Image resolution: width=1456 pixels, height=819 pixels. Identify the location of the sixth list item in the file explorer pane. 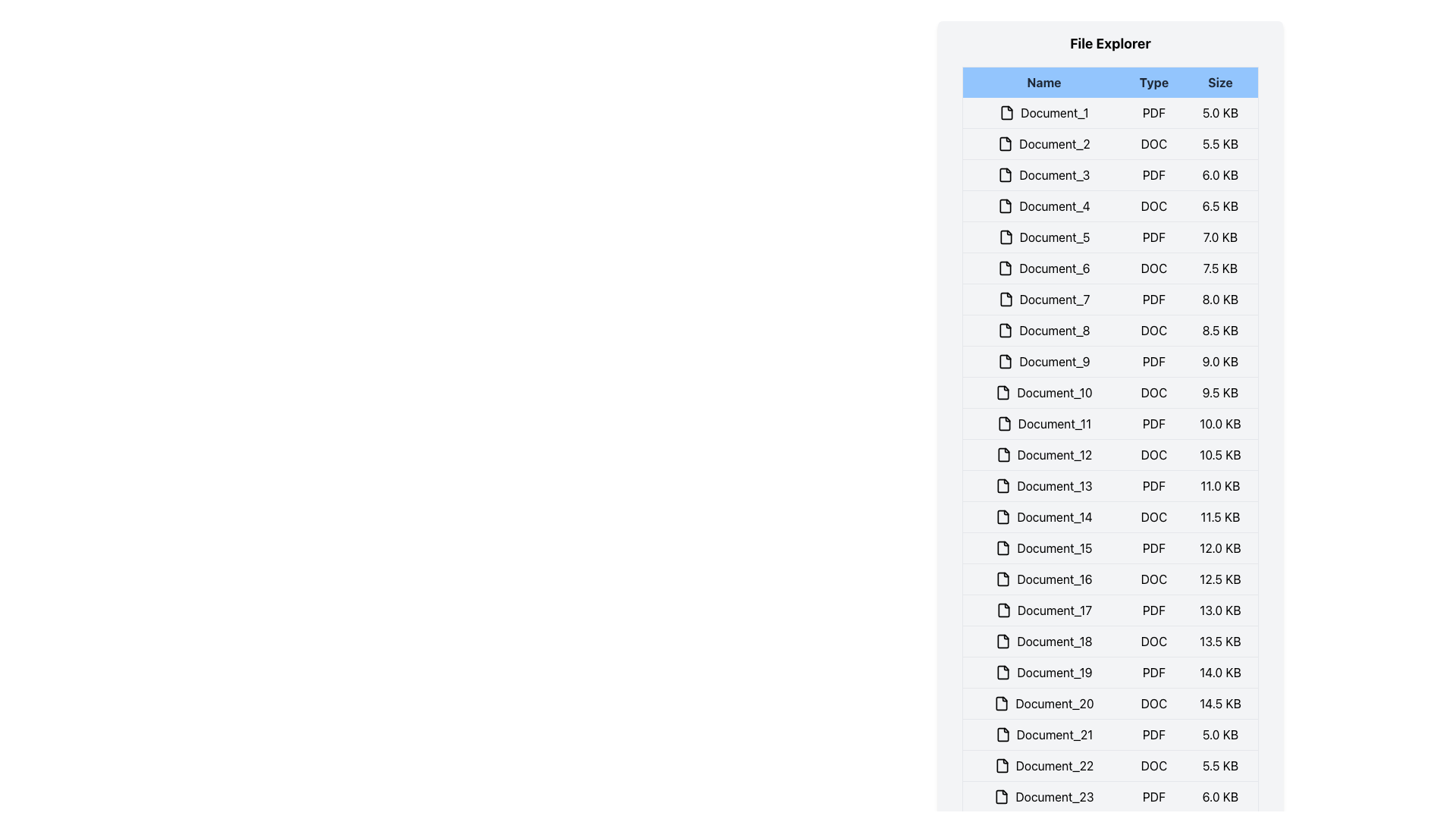
(1110, 268).